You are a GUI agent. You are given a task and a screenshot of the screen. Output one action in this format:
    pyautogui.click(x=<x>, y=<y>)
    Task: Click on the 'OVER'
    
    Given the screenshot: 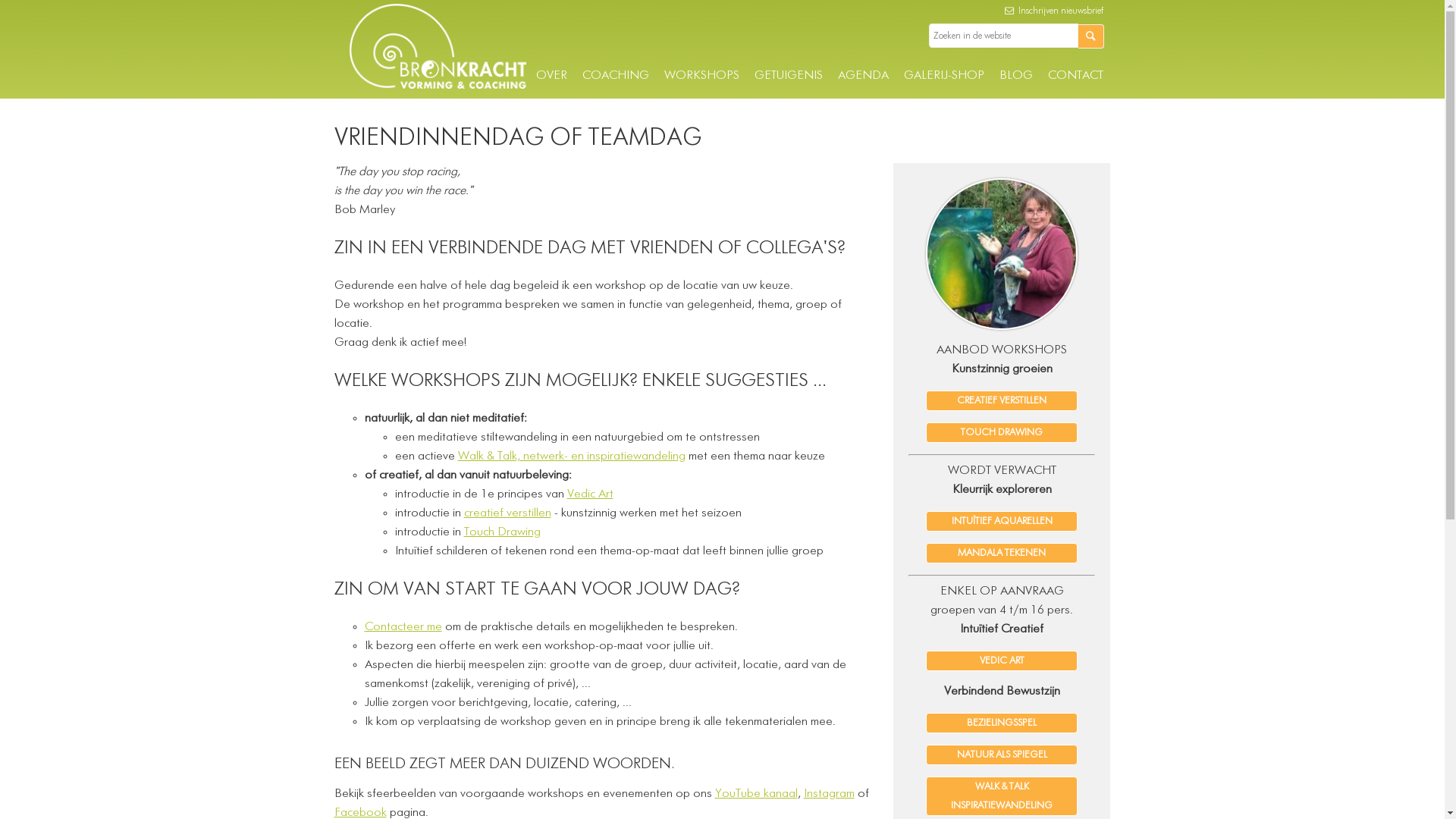 What is the action you would take?
    pyautogui.click(x=550, y=76)
    